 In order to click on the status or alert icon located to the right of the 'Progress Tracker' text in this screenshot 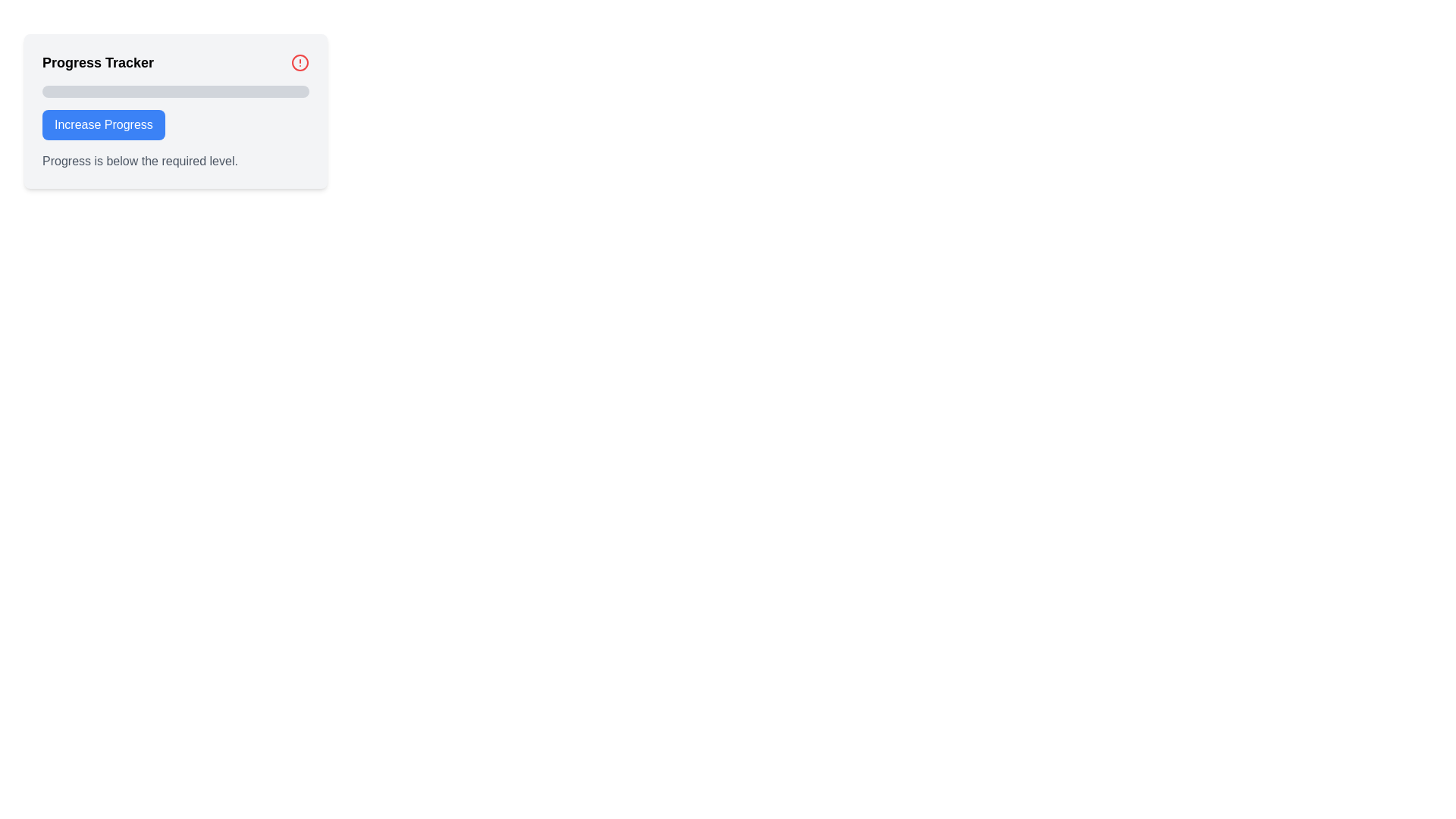, I will do `click(300, 62)`.